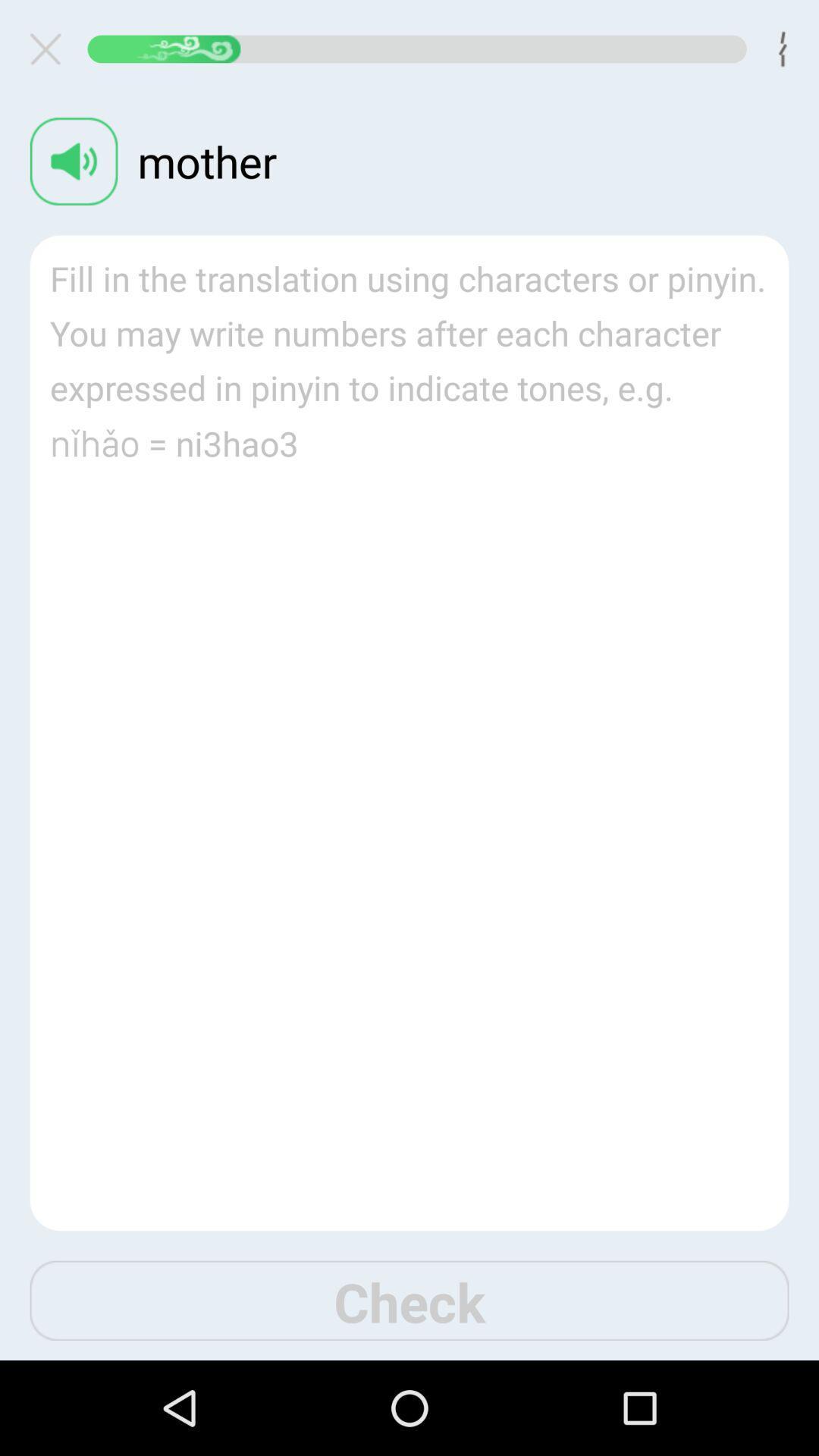  What do you see at coordinates (51, 52) in the screenshot?
I see `the close icon` at bounding box center [51, 52].